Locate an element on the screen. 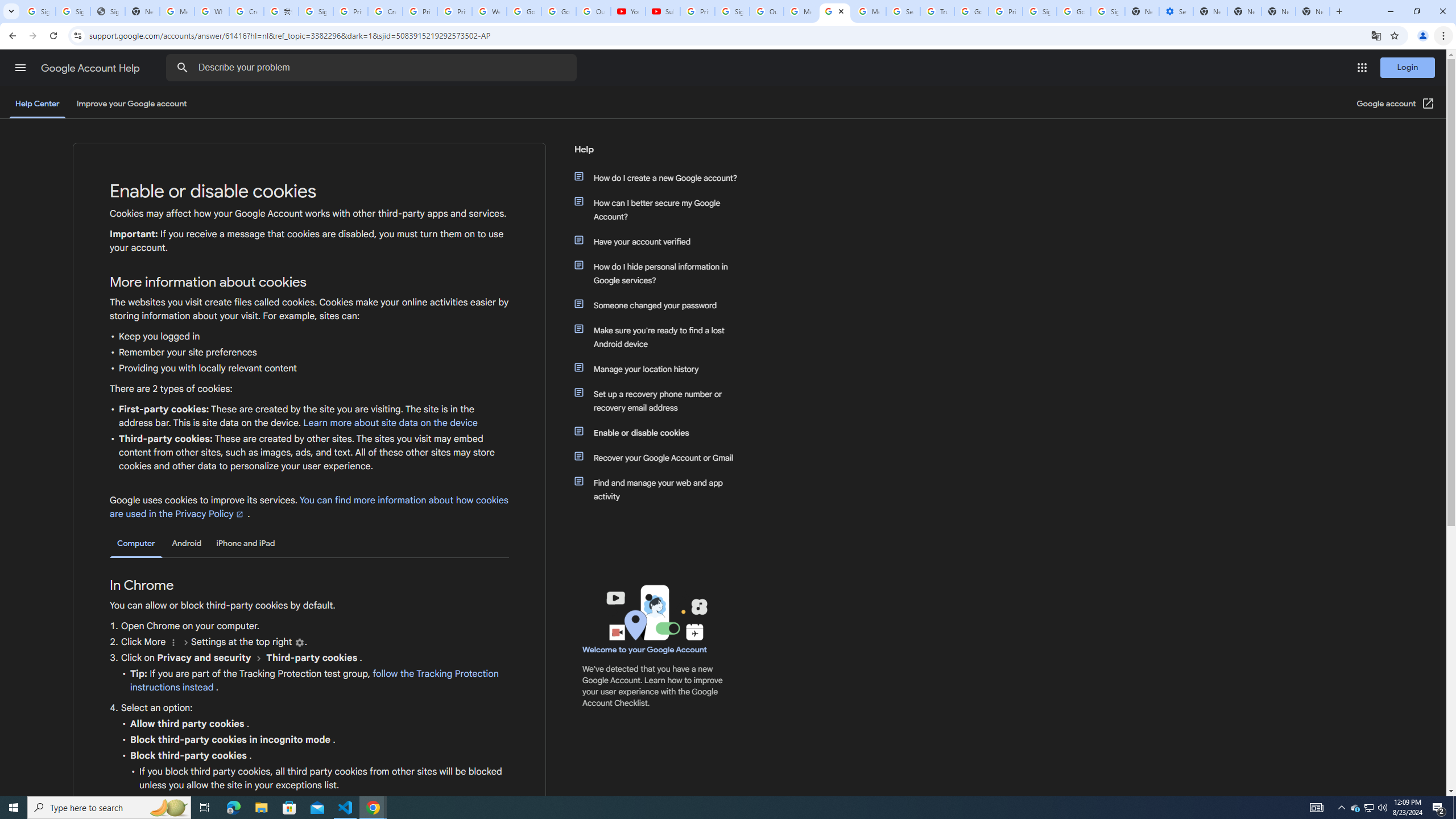 The height and width of the screenshot is (819, 1456). 'Set up a recovery phone number or recovery email address' is located at coordinates (661, 400).